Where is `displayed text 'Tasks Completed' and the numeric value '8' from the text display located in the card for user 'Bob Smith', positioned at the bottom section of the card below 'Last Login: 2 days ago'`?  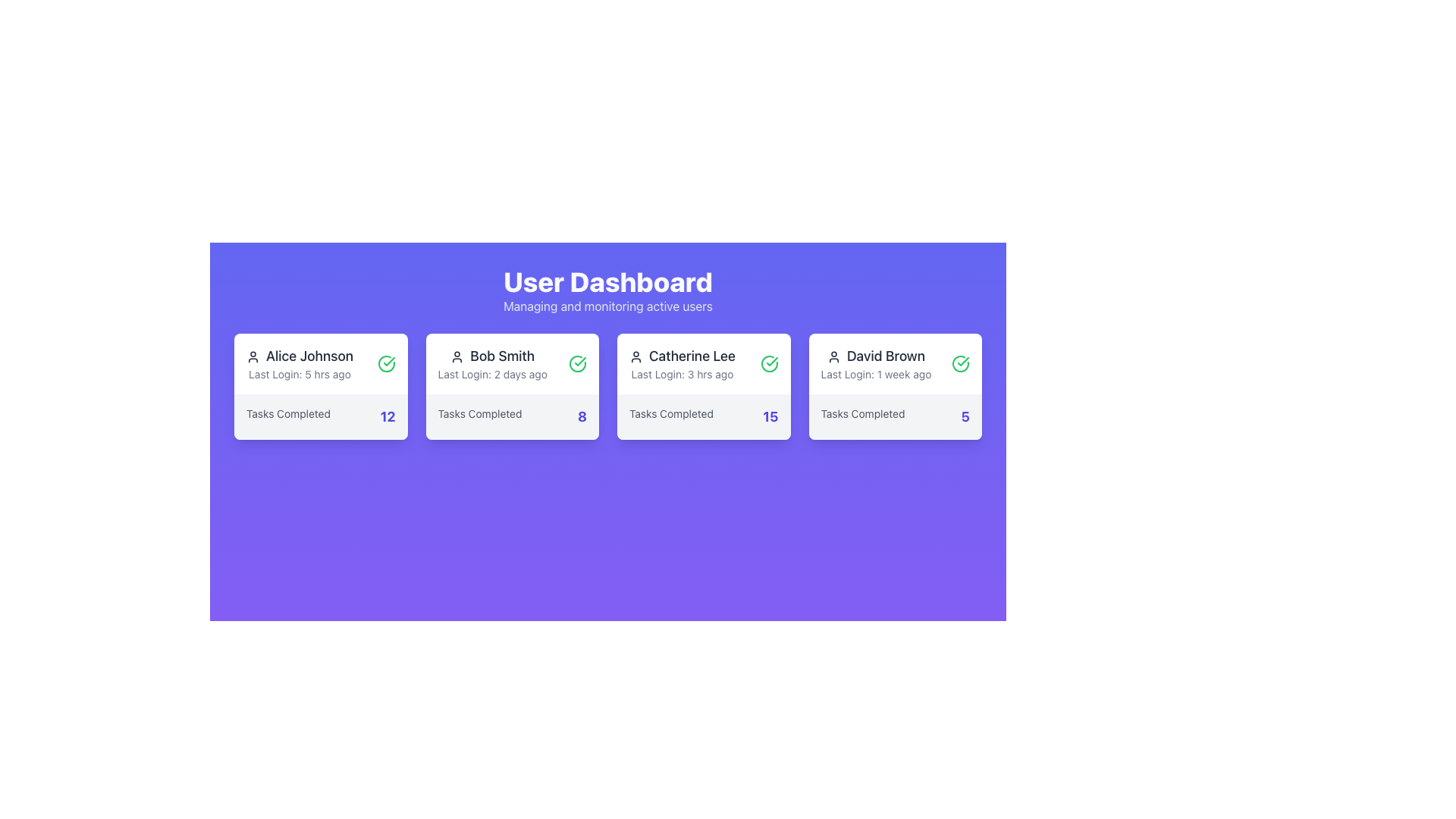 displayed text 'Tasks Completed' and the numeric value '8' from the text display located in the card for user 'Bob Smith', positioned at the bottom section of the card below 'Last Login: 2 days ago' is located at coordinates (512, 417).